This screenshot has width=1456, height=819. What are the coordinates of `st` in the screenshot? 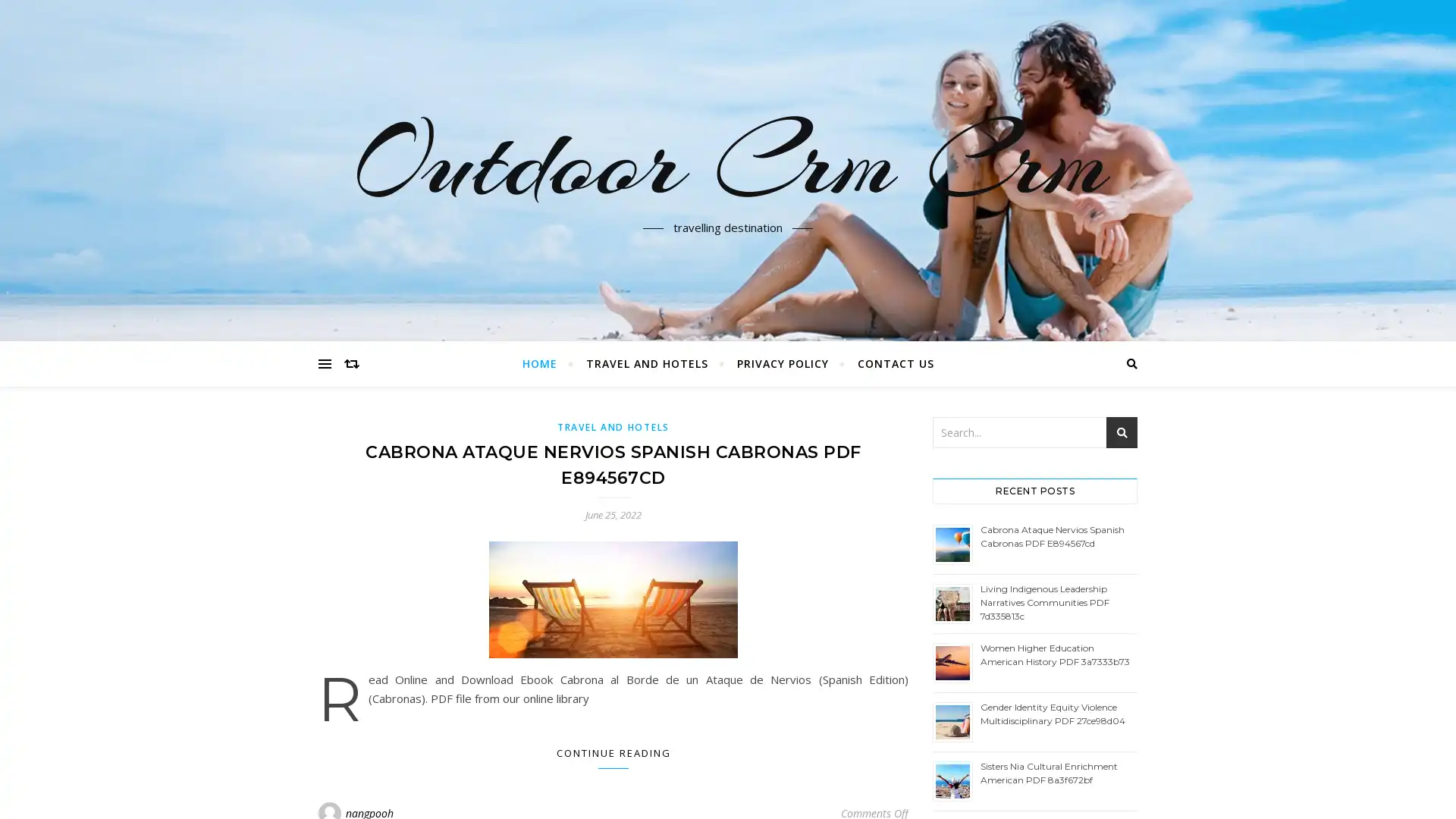 It's located at (1122, 432).